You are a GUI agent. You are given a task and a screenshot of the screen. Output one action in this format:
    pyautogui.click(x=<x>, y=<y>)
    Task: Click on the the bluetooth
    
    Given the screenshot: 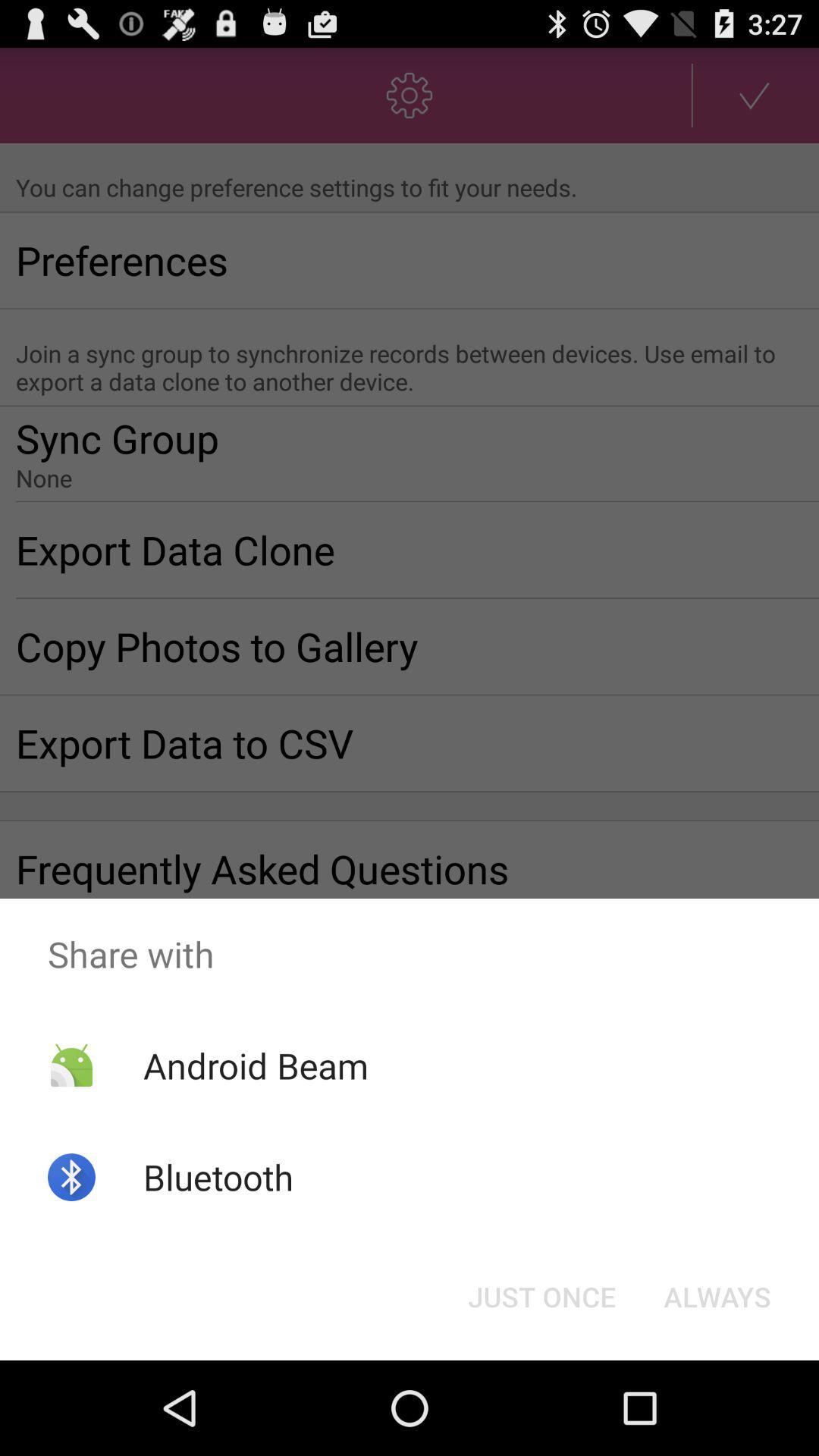 What is the action you would take?
    pyautogui.click(x=218, y=1176)
    